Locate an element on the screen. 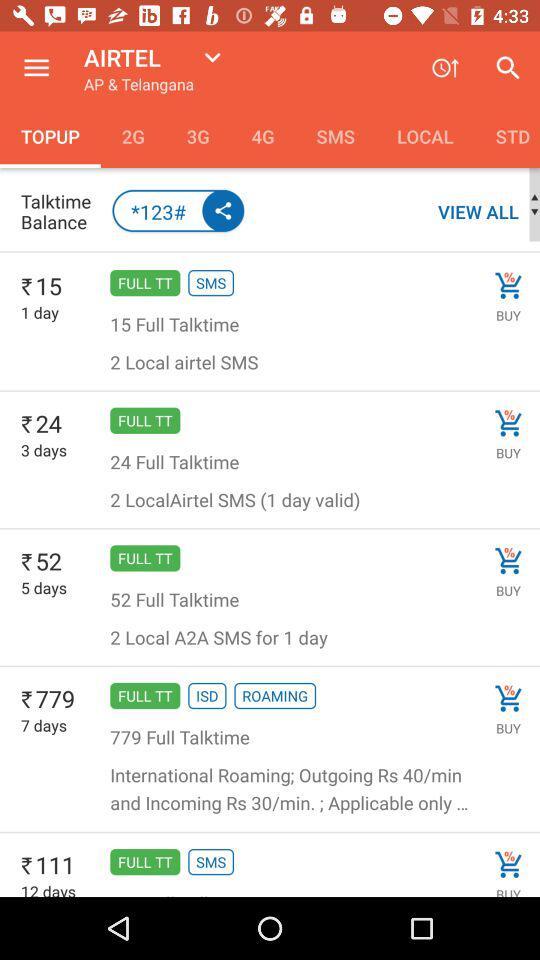  icon to the right of topup item is located at coordinates (133, 135).